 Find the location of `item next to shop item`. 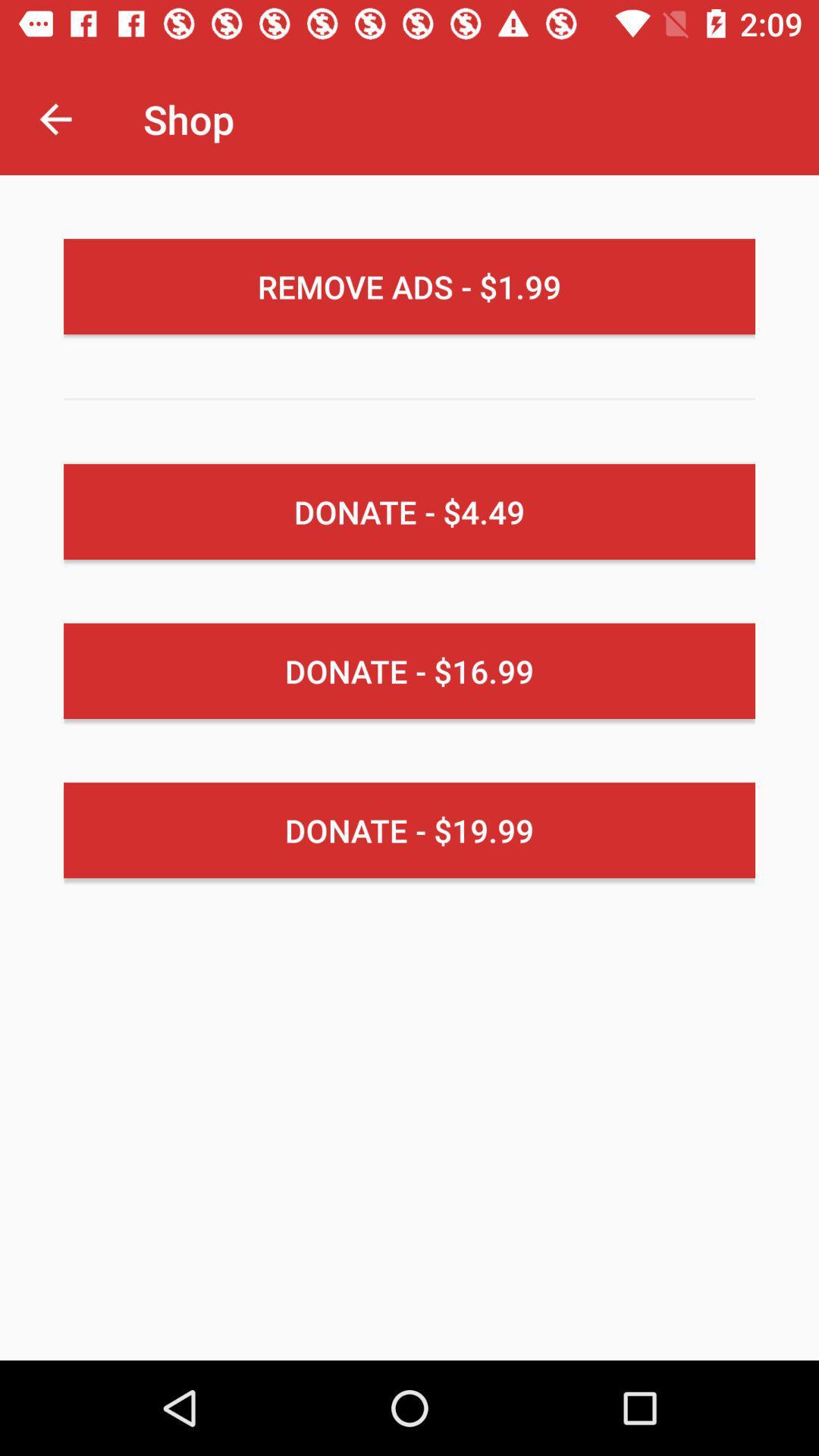

item next to shop item is located at coordinates (55, 118).